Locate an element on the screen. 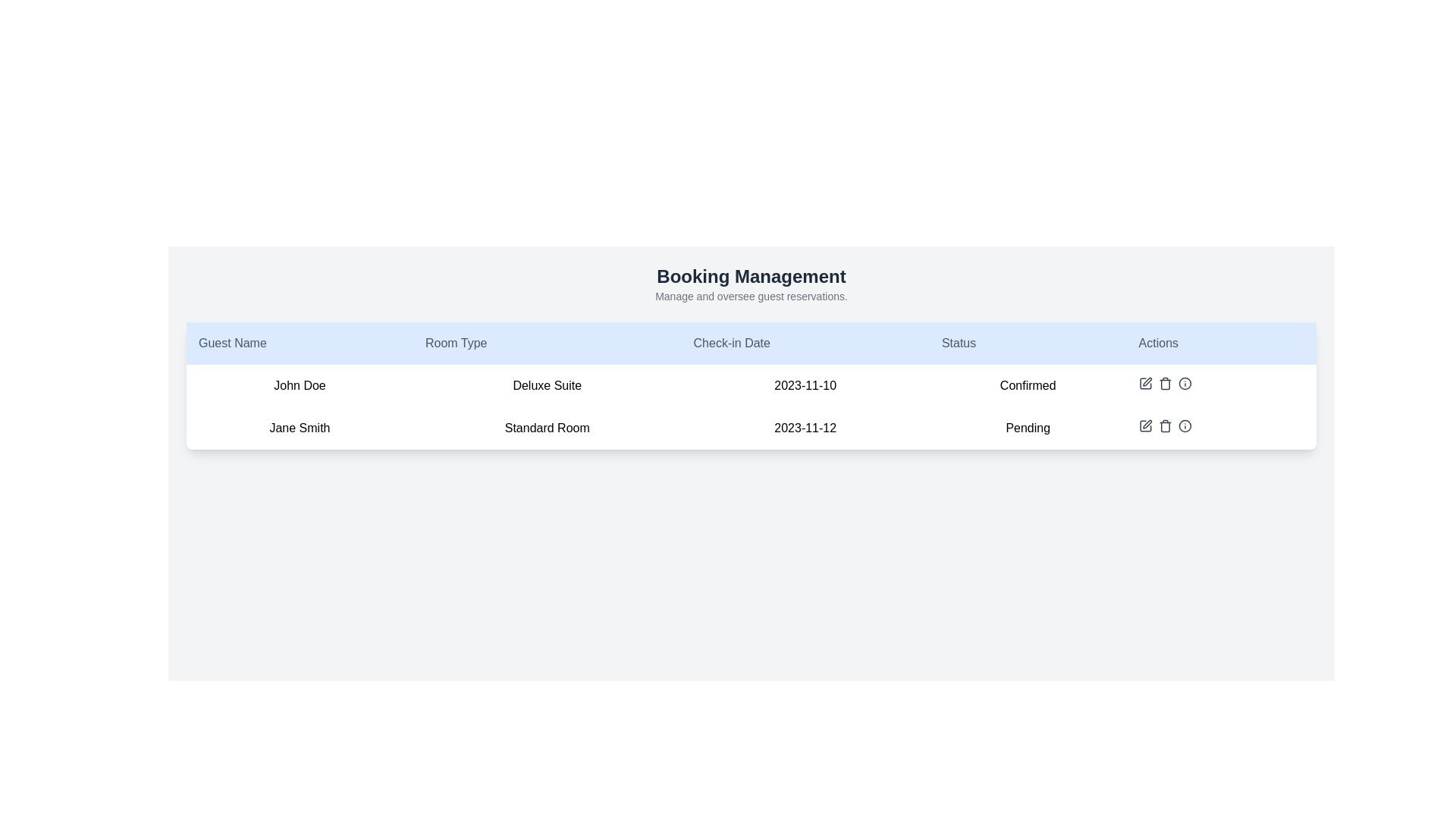  the pen icon button in the 'Actions' column of the second row of the table is located at coordinates (1147, 424).